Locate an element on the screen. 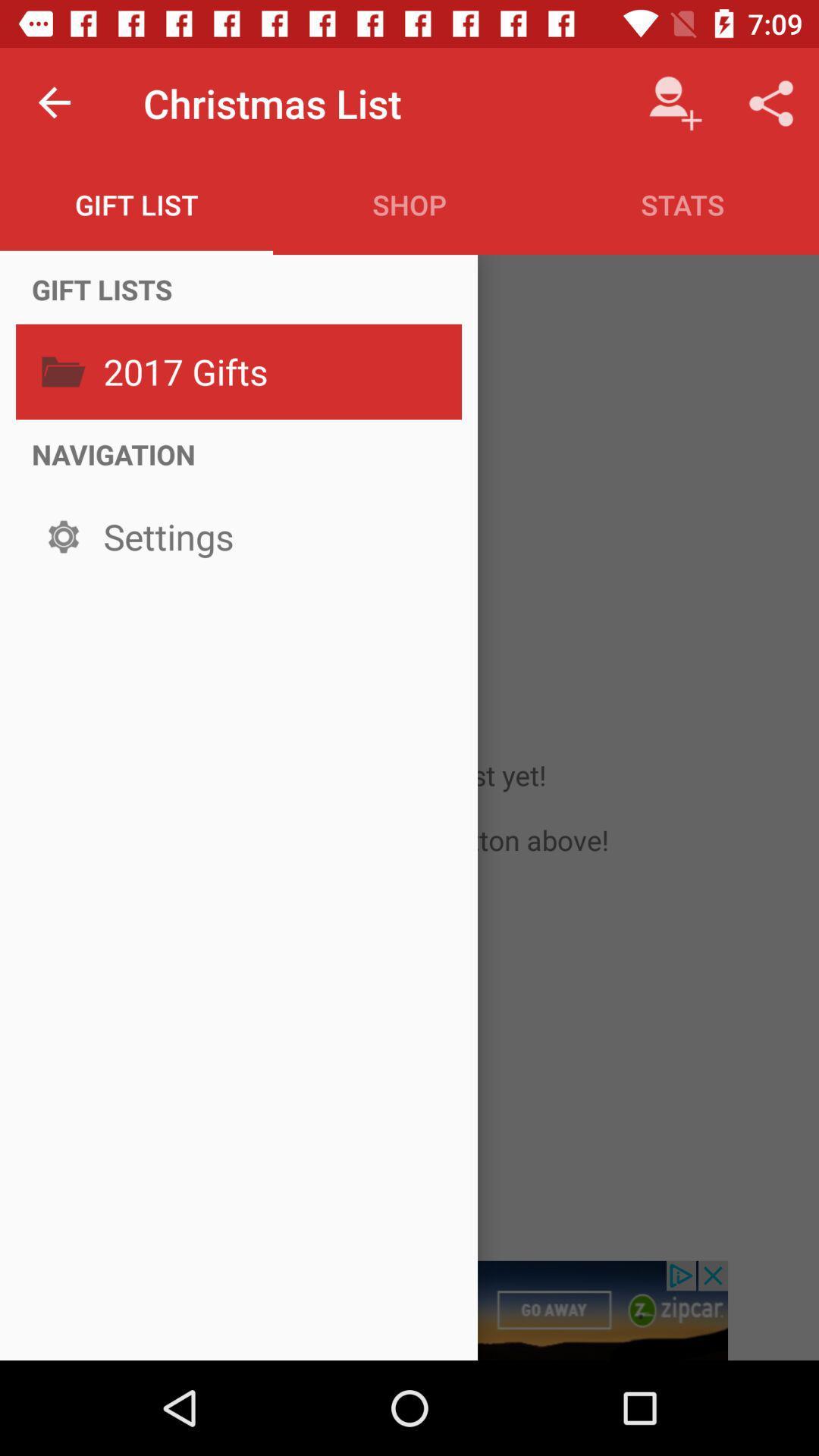  the shop icon is located at coordinates (409, 204).